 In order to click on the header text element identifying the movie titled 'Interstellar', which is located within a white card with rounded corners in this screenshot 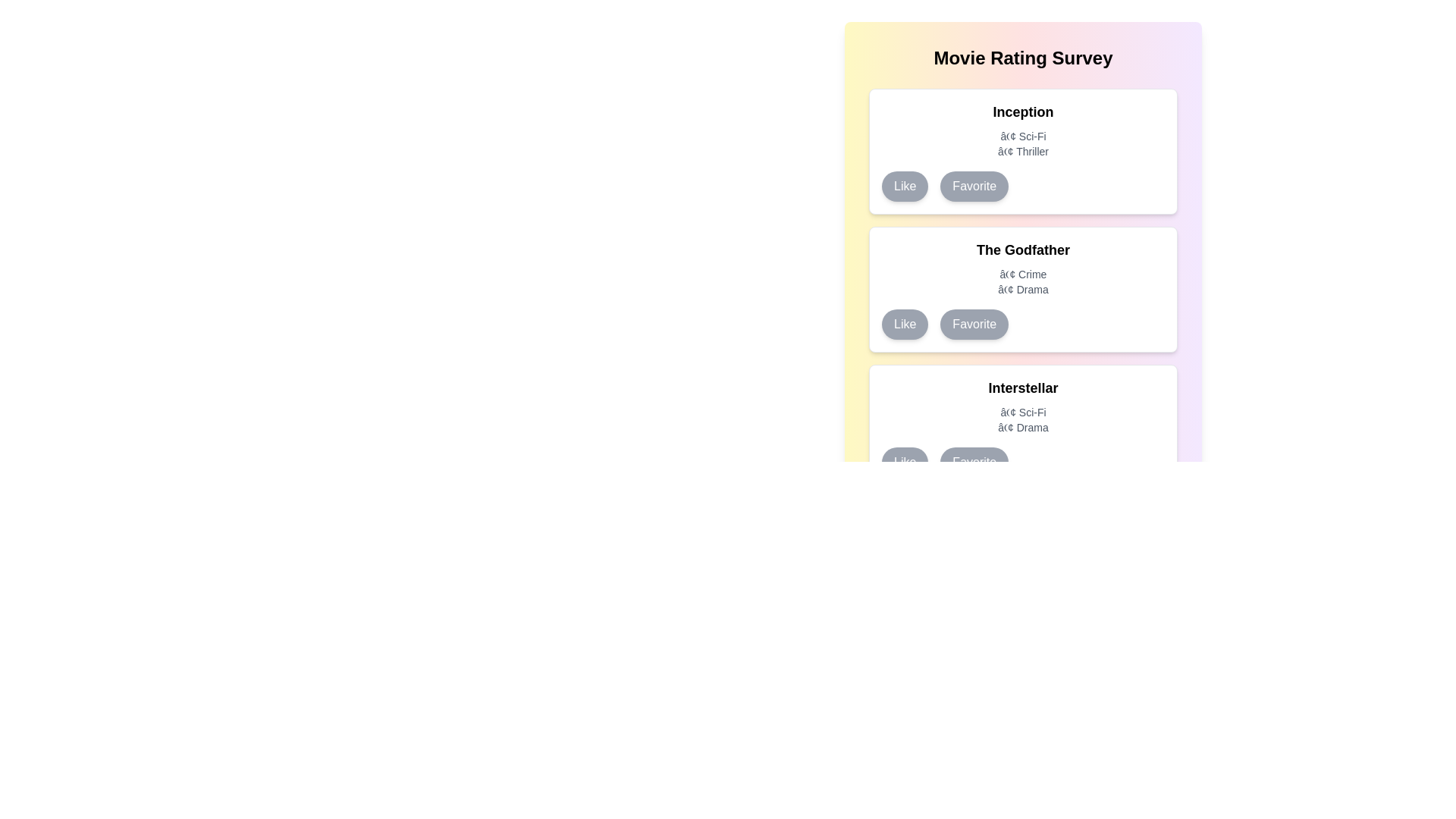, I will do `click(1023, 388)`.